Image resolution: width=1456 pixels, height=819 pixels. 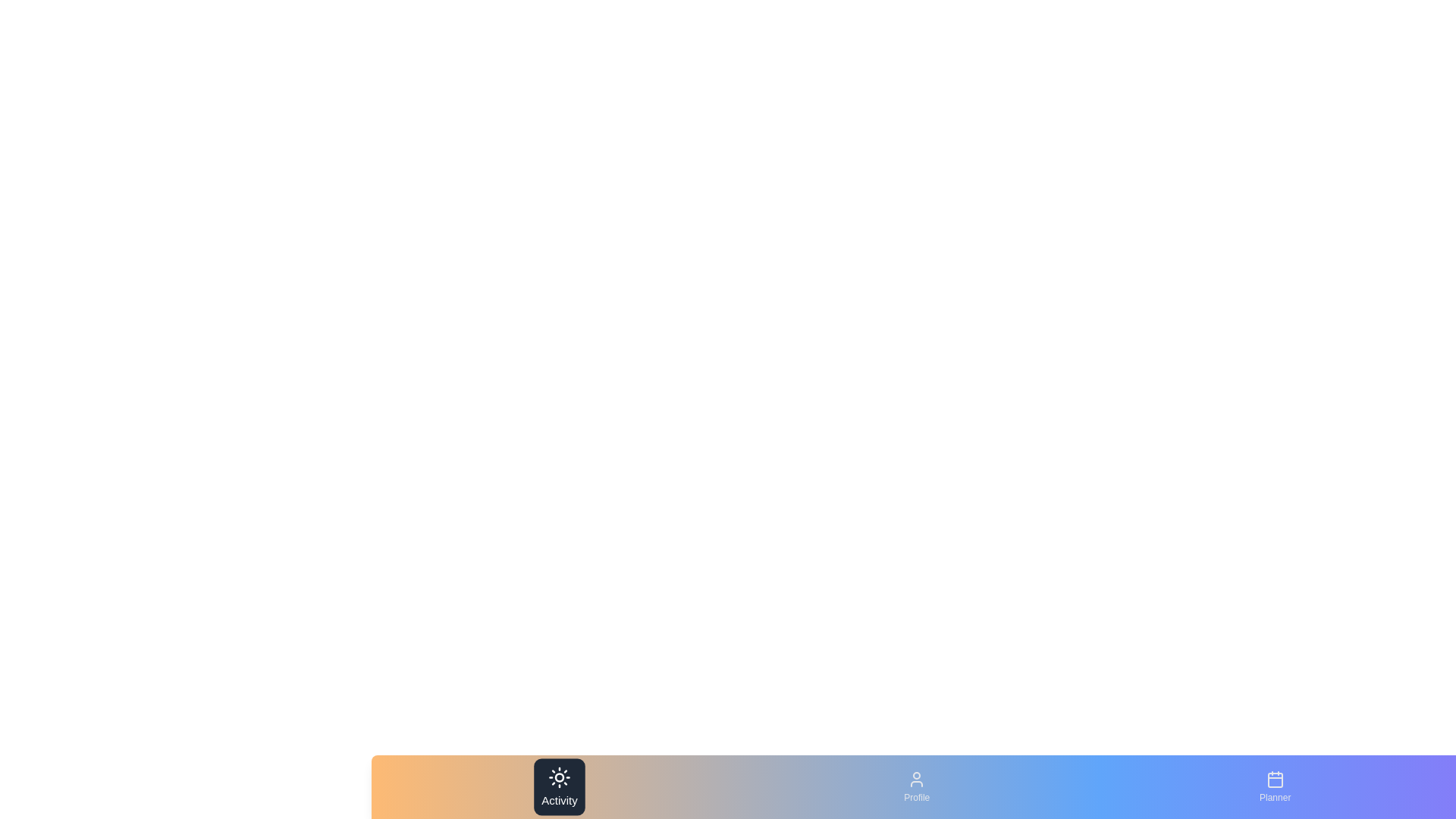 What do you see at coordinates (559, 786) in the screenshot?
I see `the tab labeled Activity to observe visual feedback` at bounding box center [559, 786].